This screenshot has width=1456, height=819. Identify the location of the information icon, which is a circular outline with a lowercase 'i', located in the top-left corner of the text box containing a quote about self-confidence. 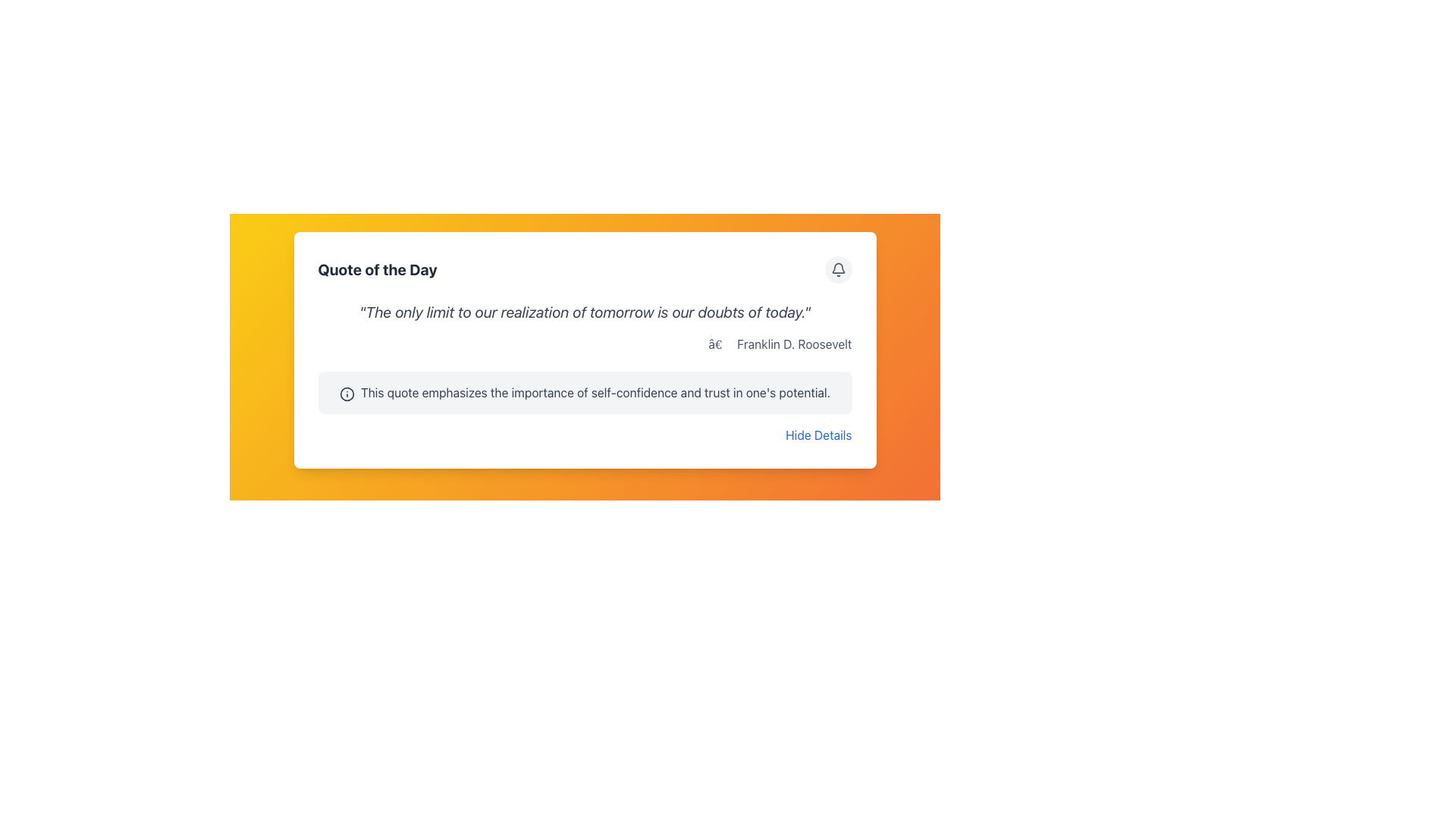
(346, 393).